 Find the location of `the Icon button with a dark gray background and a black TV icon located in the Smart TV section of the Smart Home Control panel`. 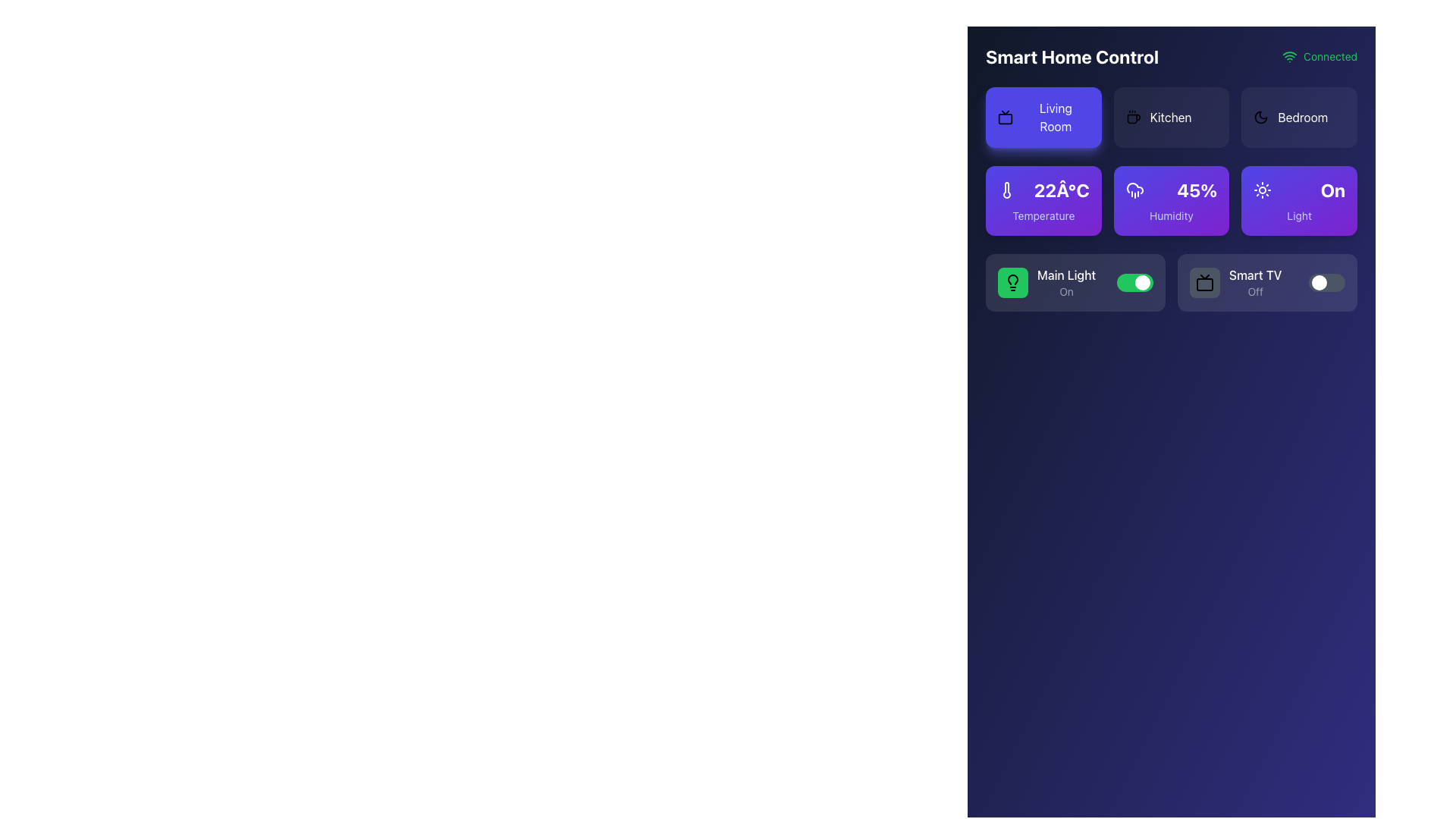

the Icon button with a dark gray background and a black TV icon located in the Smart TV section of the Smart Home Control panel is located at coordinates (1203, 283).